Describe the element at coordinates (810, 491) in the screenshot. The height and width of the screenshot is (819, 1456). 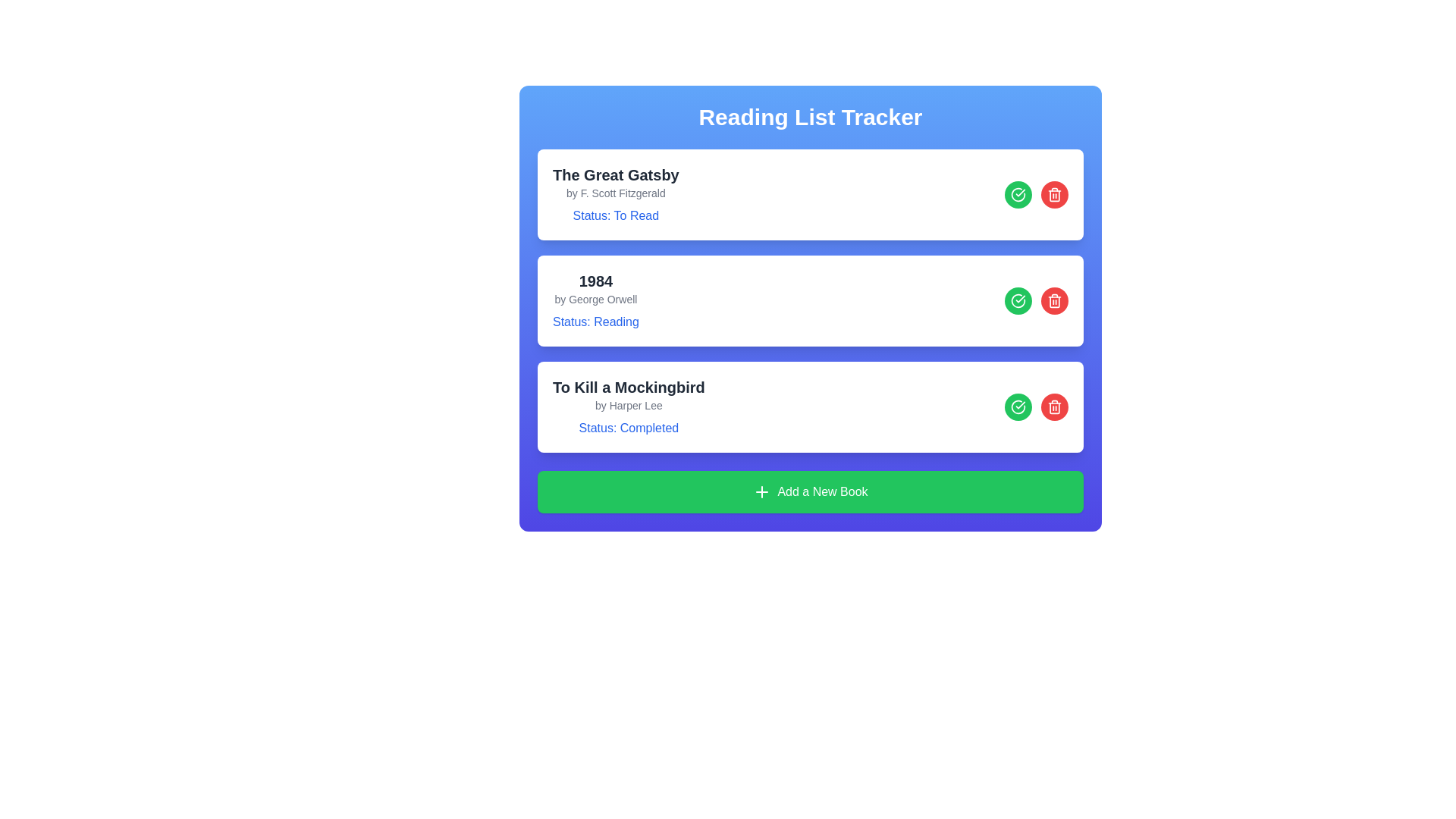
I see `the 'Add New Book' button located at the bottom of the interface` at that location.